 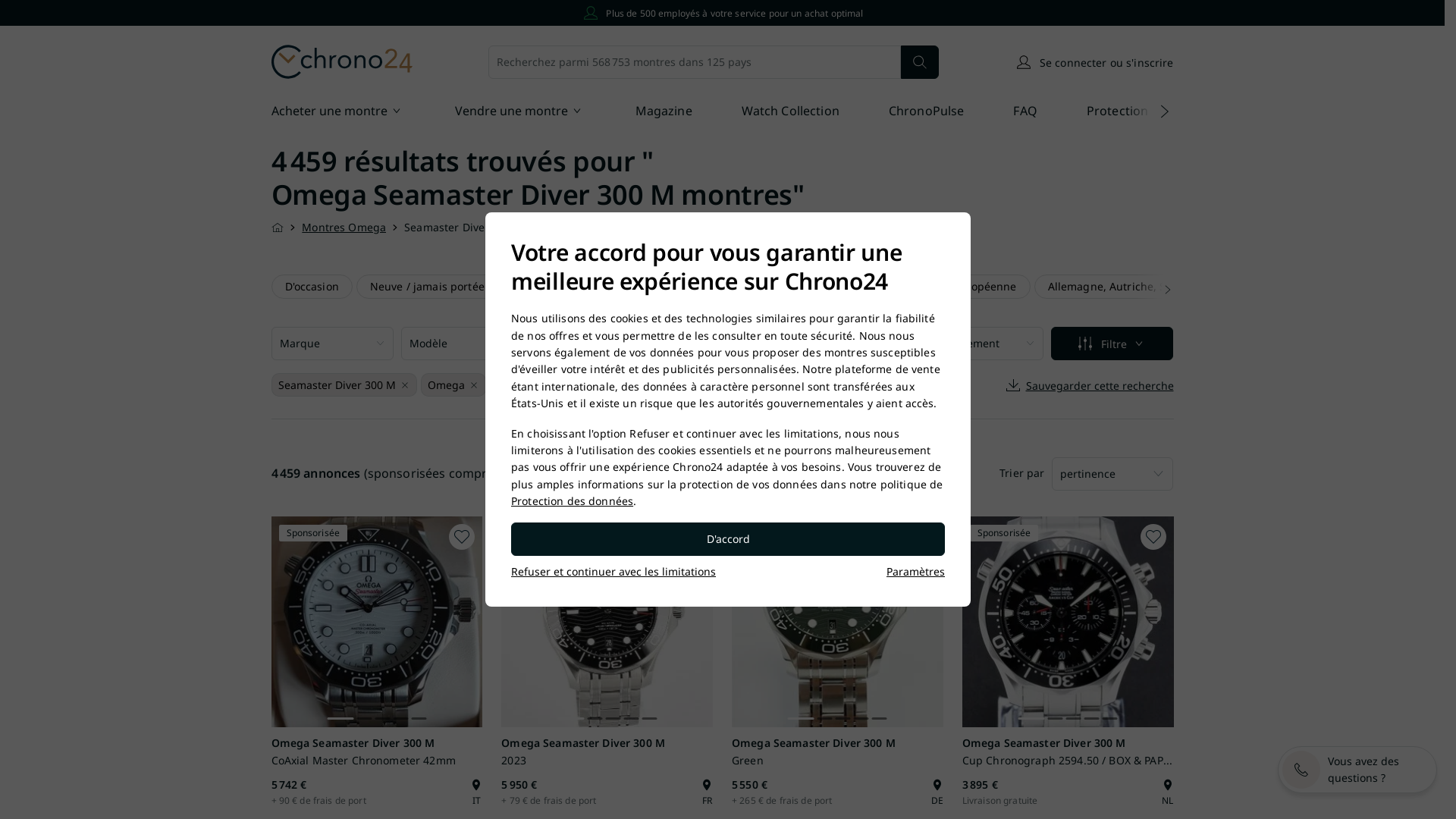 What do you see at coordinates (1086, 111) in the screenshot?
I see `'Protection des Acheteurs'` at bounding box center [1086, 111].